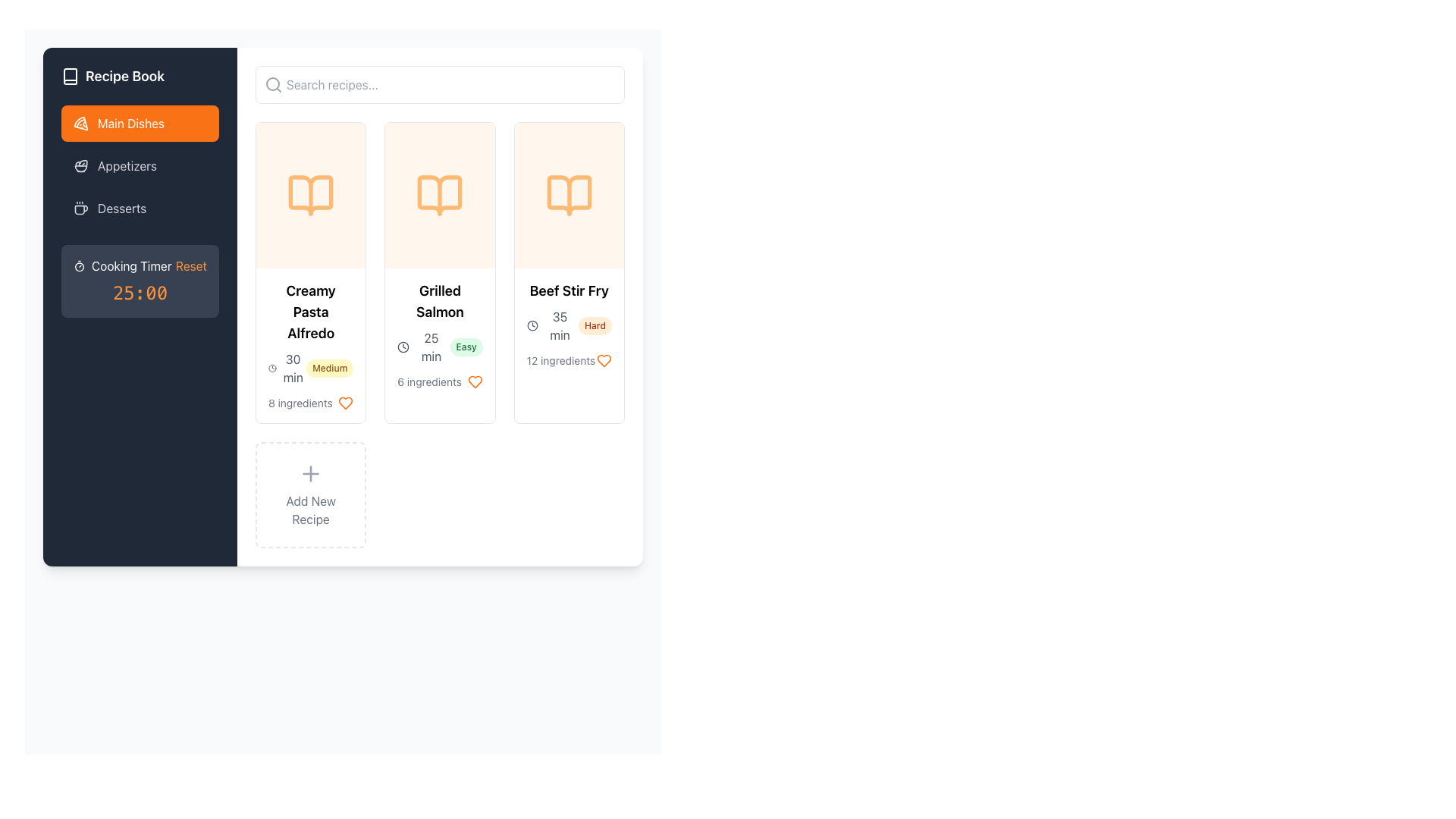 This screenshot has height=819, width=1456. What do you see at coordinates (140, 293) in the screenshot?
I see `the static text display that shows the timer value of '25:00' in a large, bold, monospaced font with orange color, located below the 'Cooking Timer Reset' text in the left sidebar` at bounding box center [140, 293].